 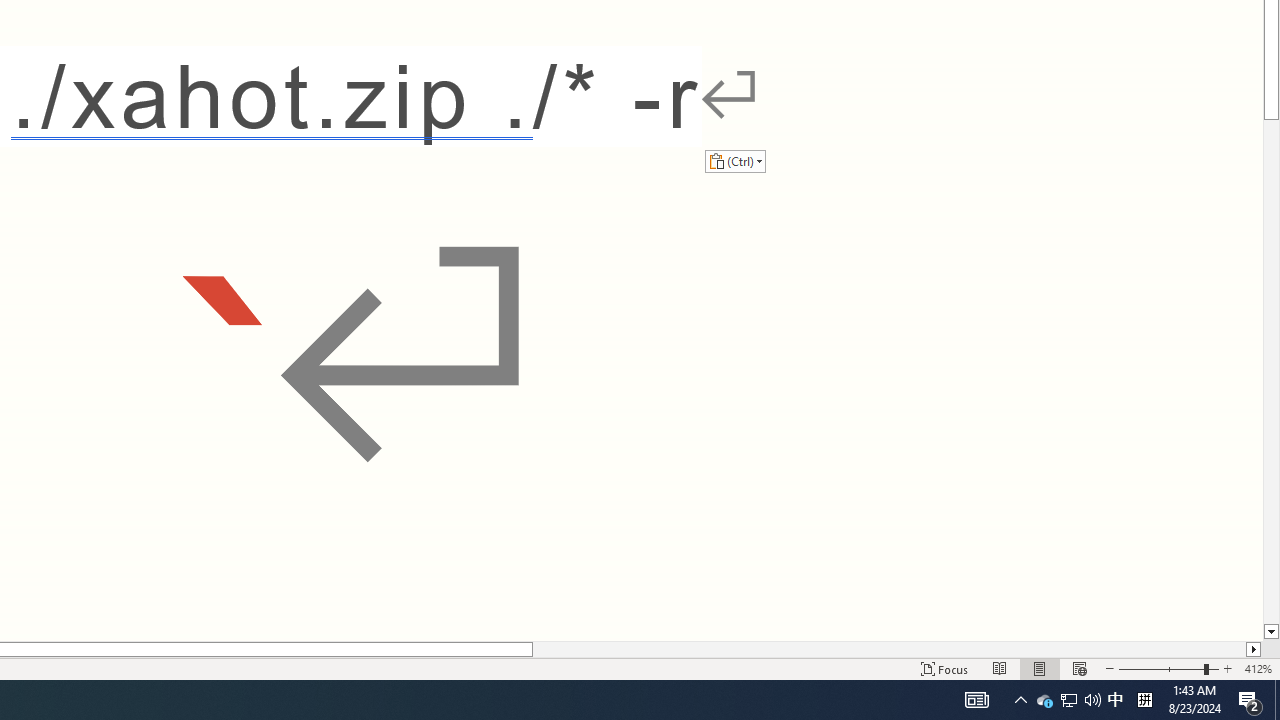 What do you see at coordinates (1253, 649) in the screenshot?
I see `'Column right'` at bounding box center [1253, 649].